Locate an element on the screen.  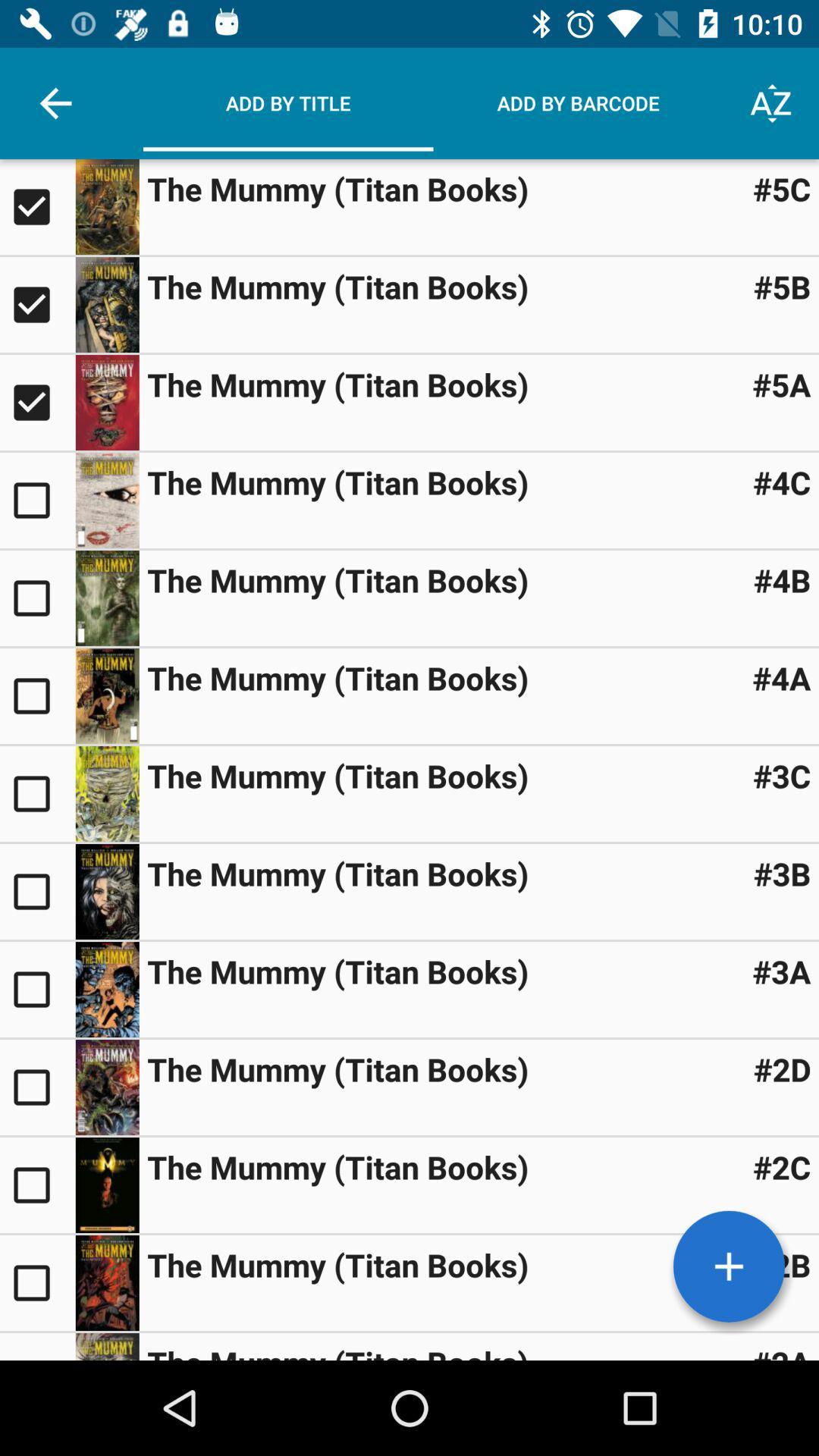
selection tick box is located at coordinates (36, 597).